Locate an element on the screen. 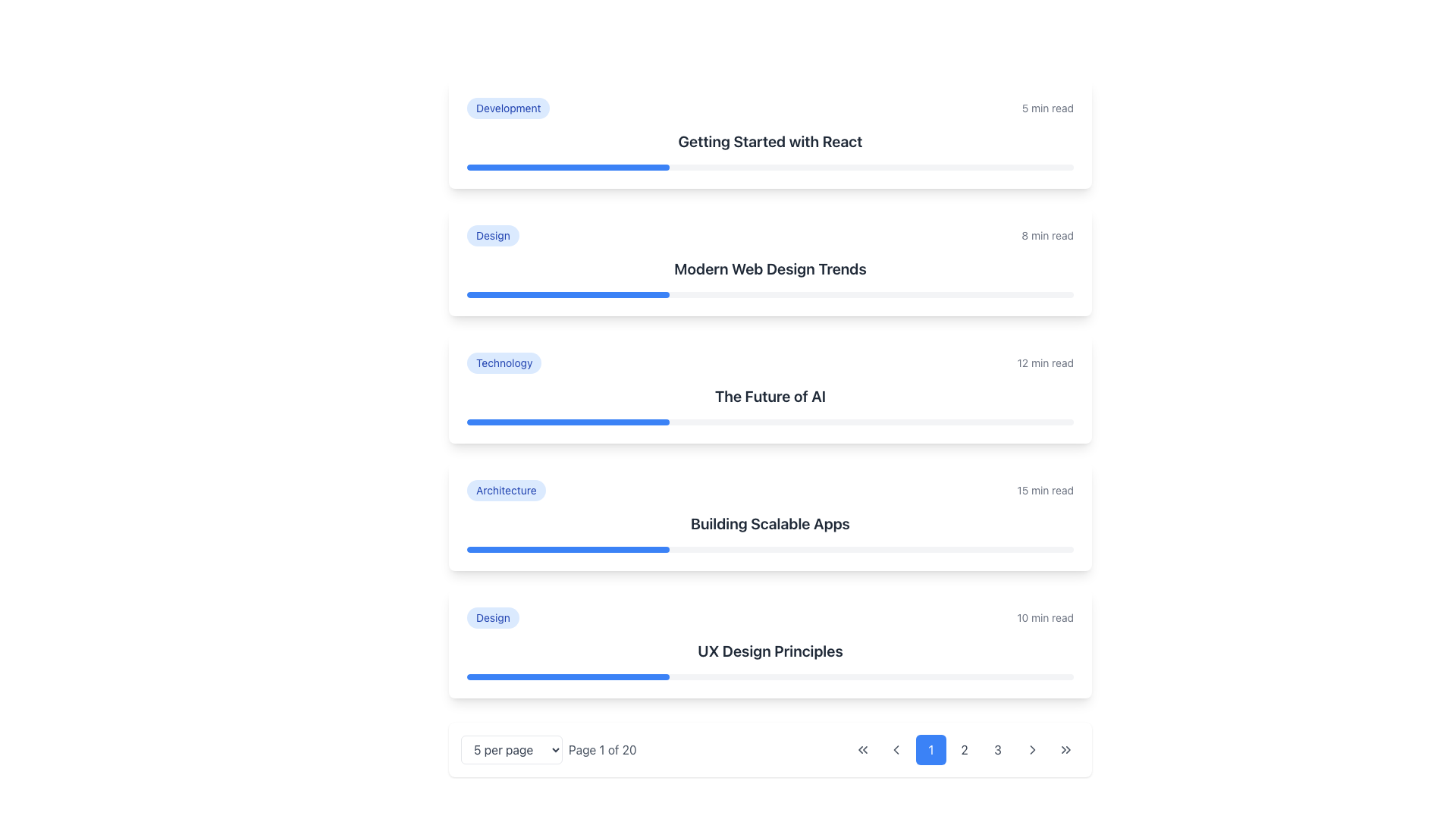 The width and height of the screenshot is (1456, 819). progress is located at coordinates (1037, 295).